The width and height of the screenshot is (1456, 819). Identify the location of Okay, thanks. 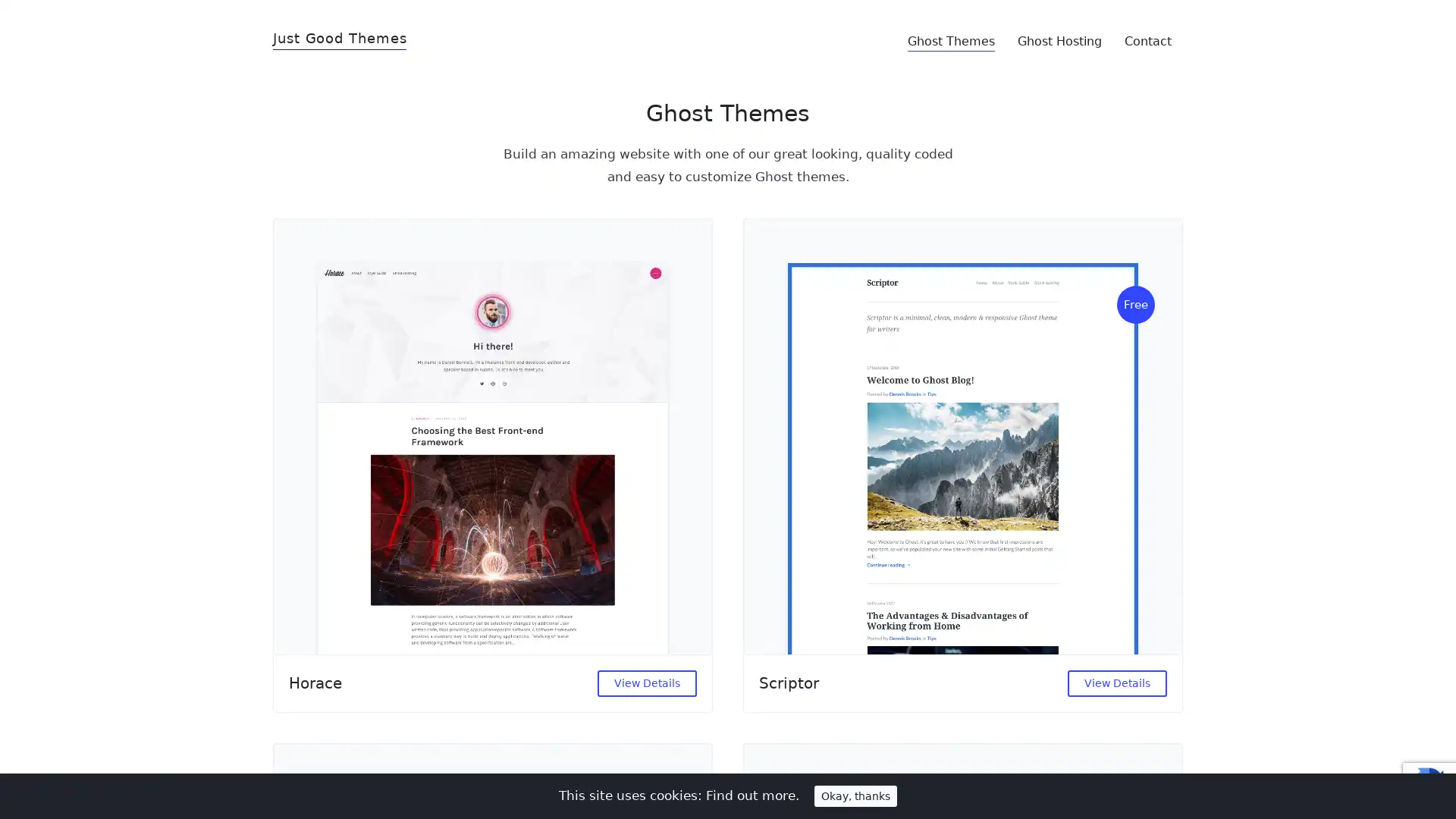
(855, 795).